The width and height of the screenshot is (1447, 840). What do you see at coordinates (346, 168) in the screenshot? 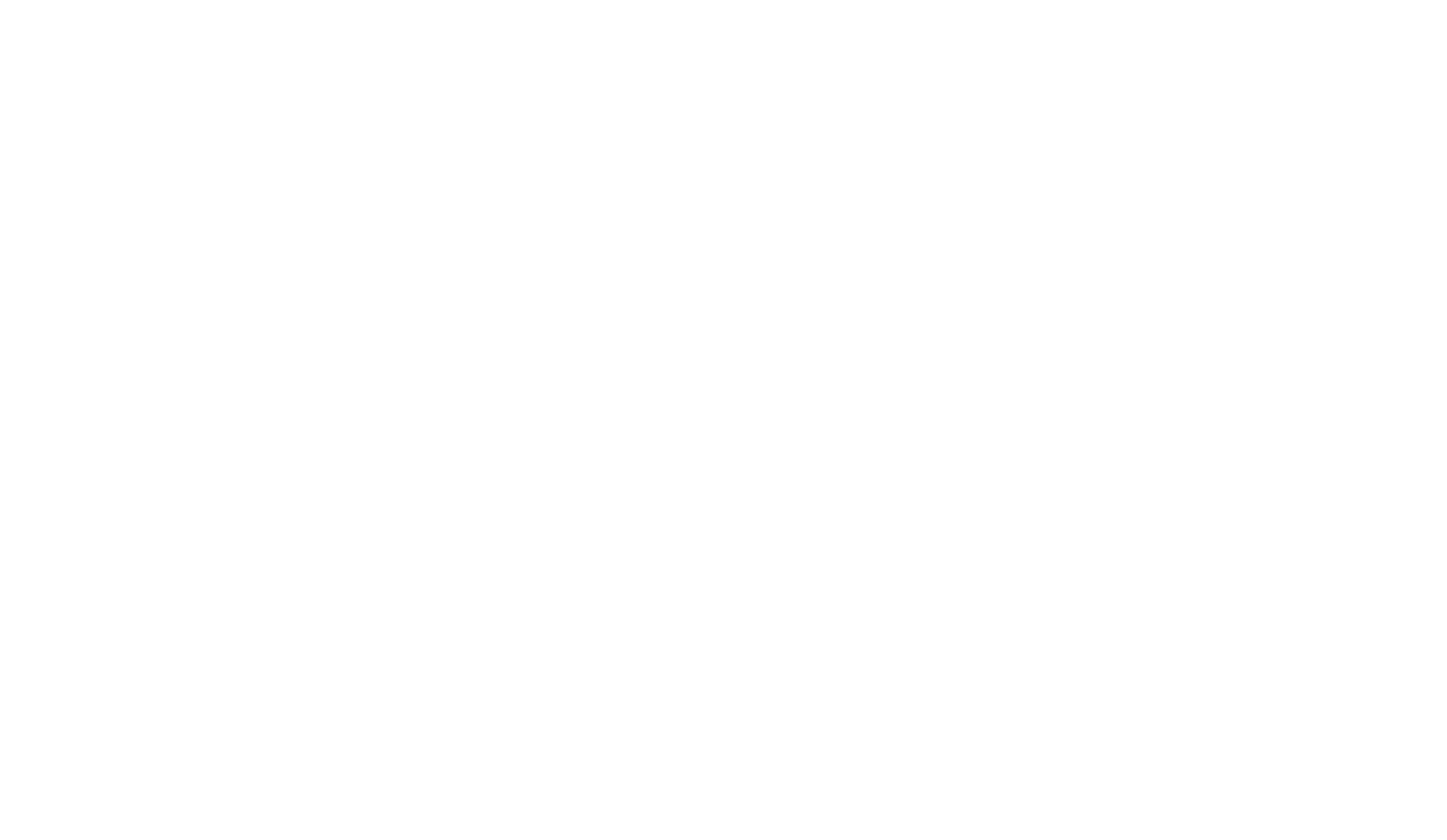
I see `'Tenerife'` at bounding box center [346, 168].